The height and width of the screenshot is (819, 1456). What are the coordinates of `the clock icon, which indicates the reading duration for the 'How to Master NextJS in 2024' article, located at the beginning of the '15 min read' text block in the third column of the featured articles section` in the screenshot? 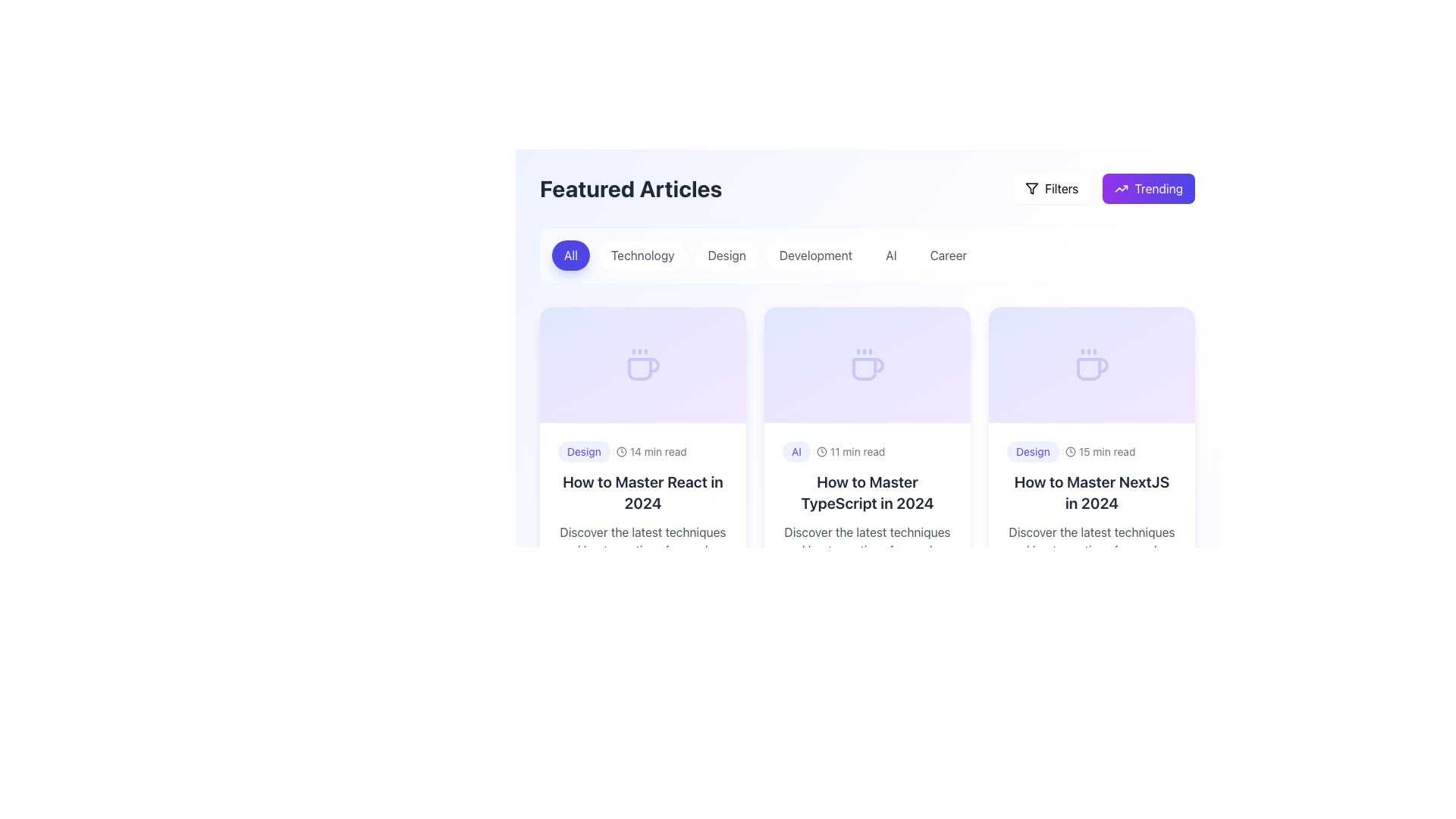 It's located at (1069, 451).